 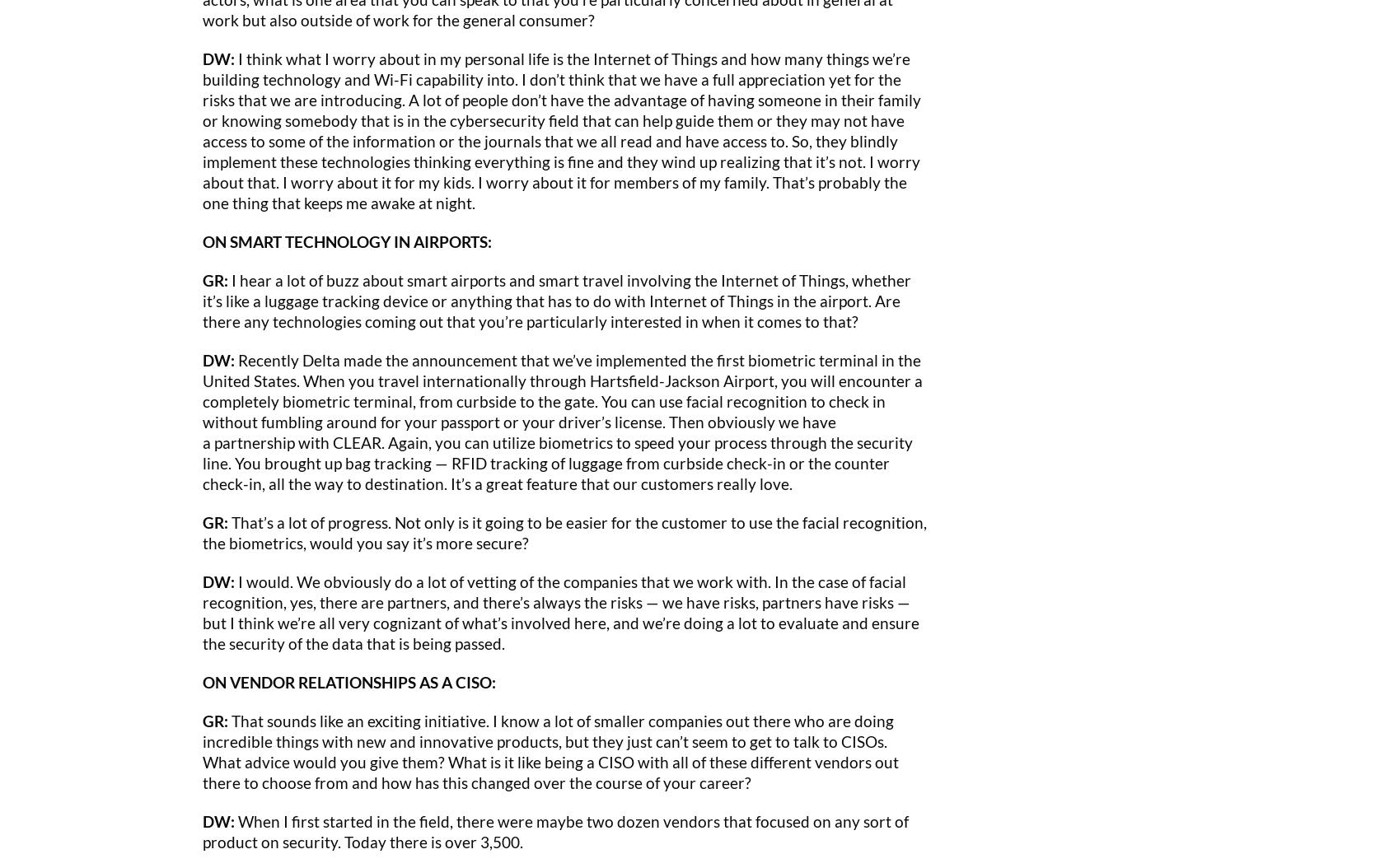 What do you see at coordinates (555, 829) in the screenshot?
I see `'When I first started in the field, there were maybe two dozen vendors that focused on any sort of product on security. Today there is over 3,500.'` at bounding box center [555, 829].